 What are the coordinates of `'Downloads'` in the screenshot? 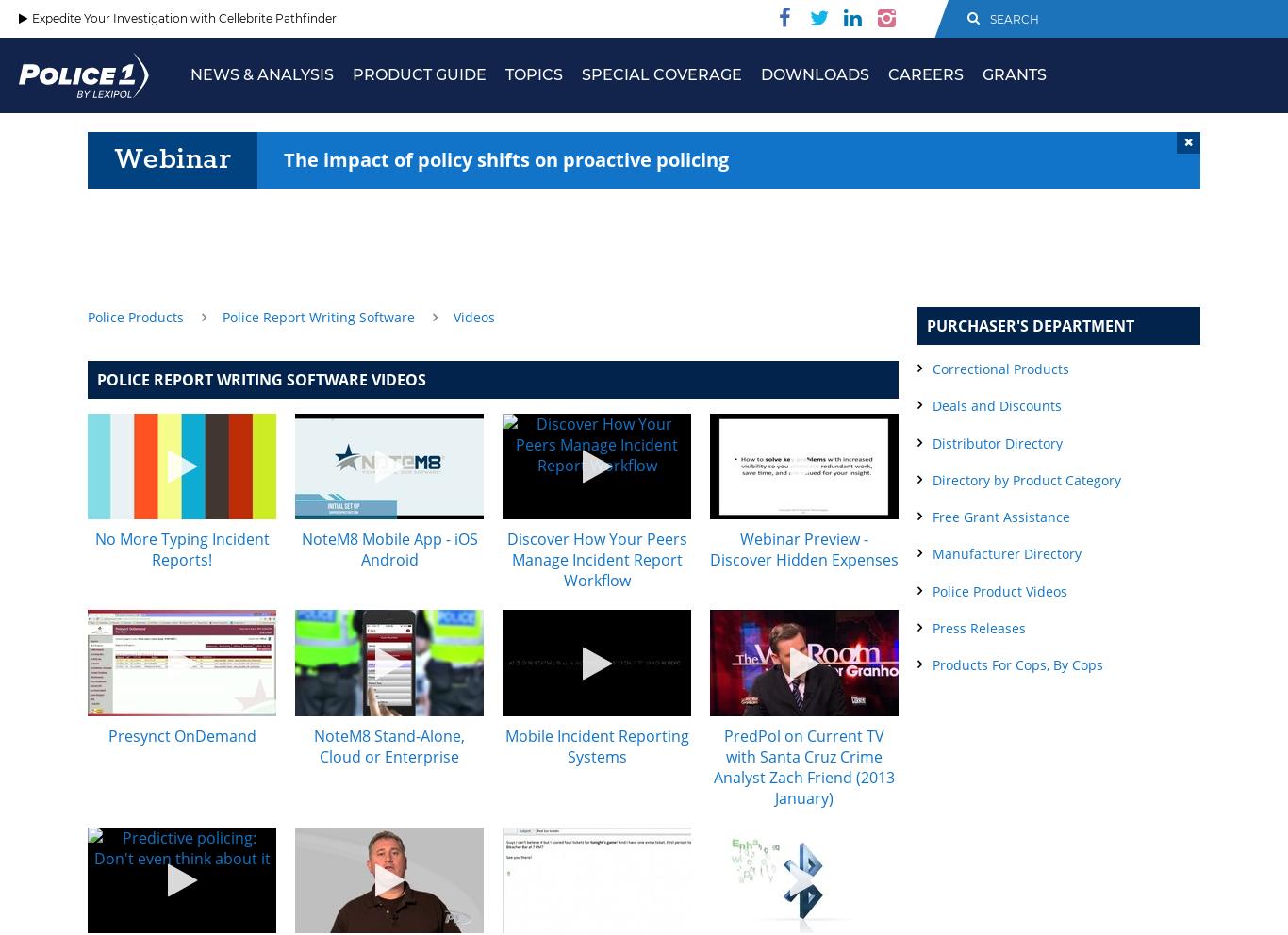 It's located at (814, 74).